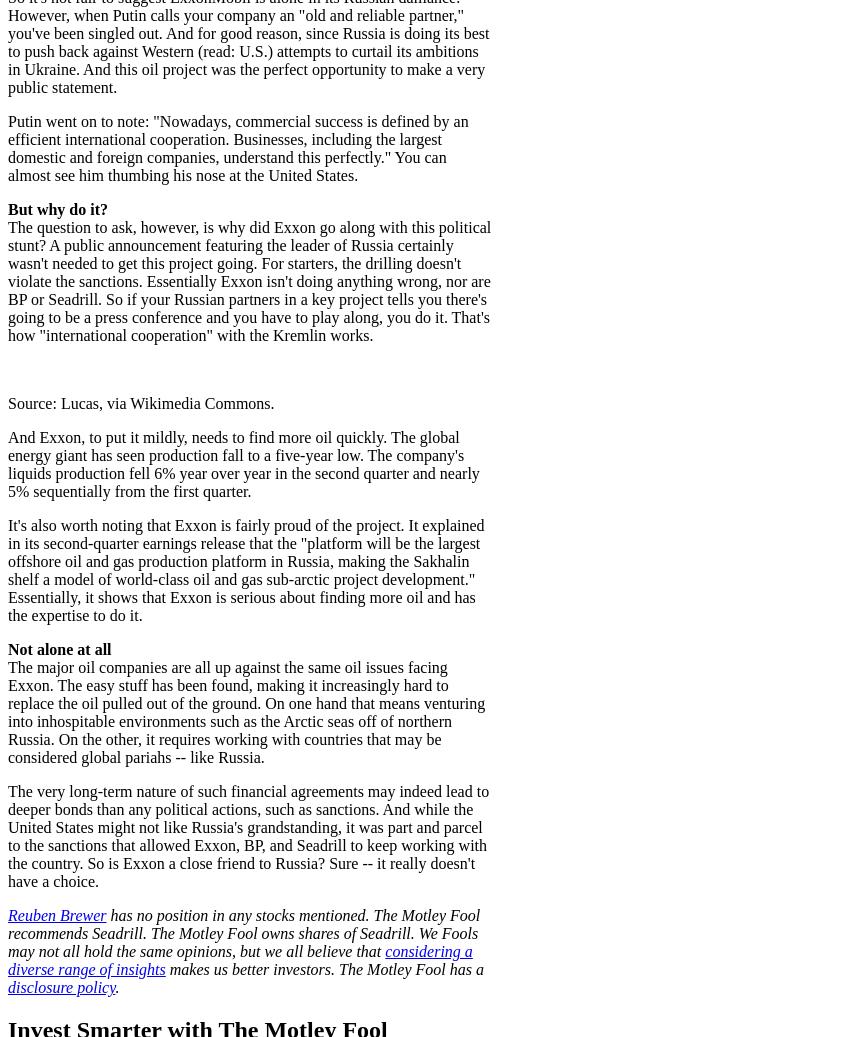 The height and width of the screenshot is (1037, 851). Describe the element at coordinates (58, 207) in the screenshot. I see `'But why do it?'` at that location.